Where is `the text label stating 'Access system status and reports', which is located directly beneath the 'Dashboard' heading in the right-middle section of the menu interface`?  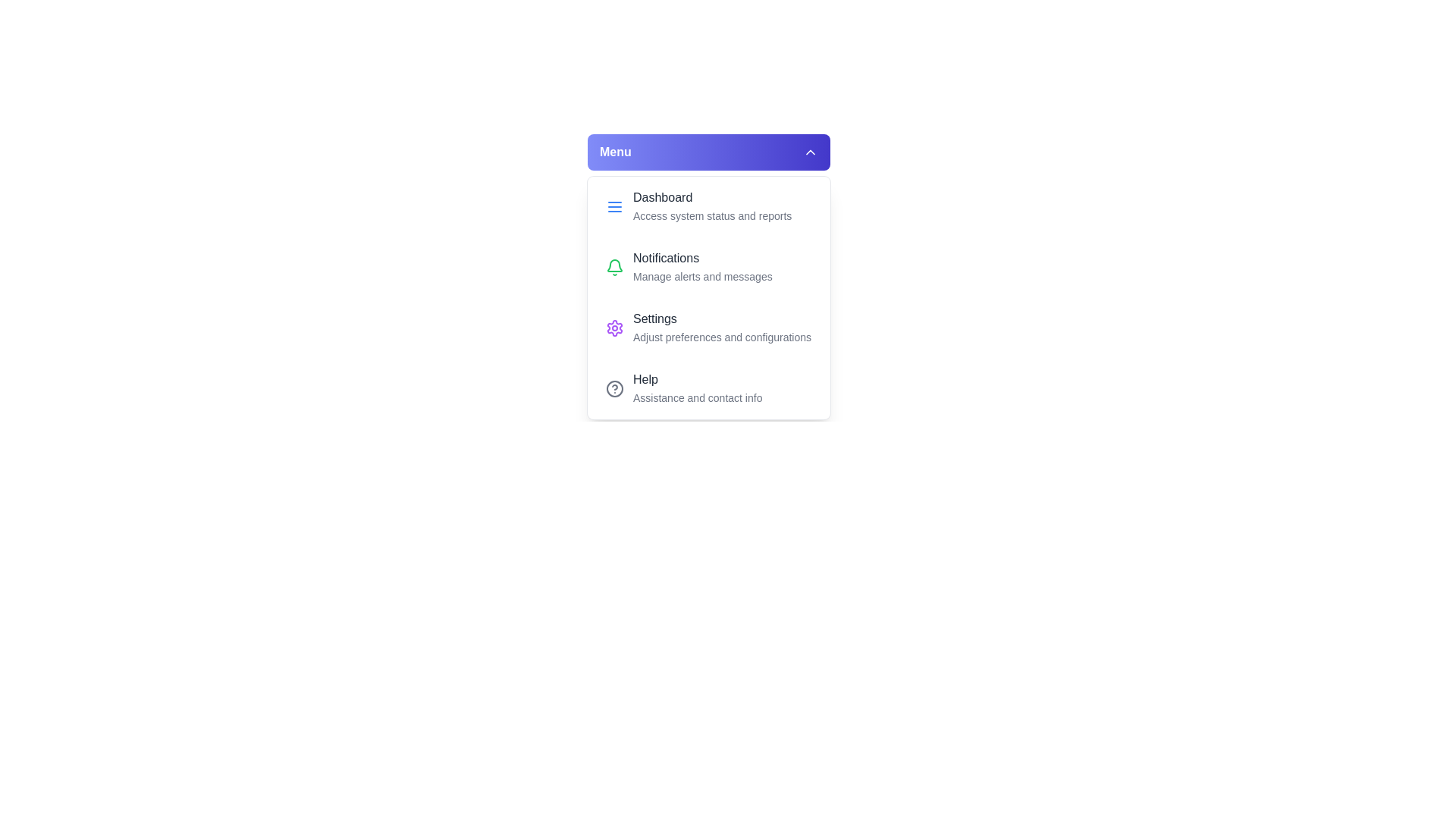
the text label stating 'Access system status and reports', which is located directly beneath the 'Dashboard' heading in the right-middle section of the menu interface is located at coordinates (711, 216).